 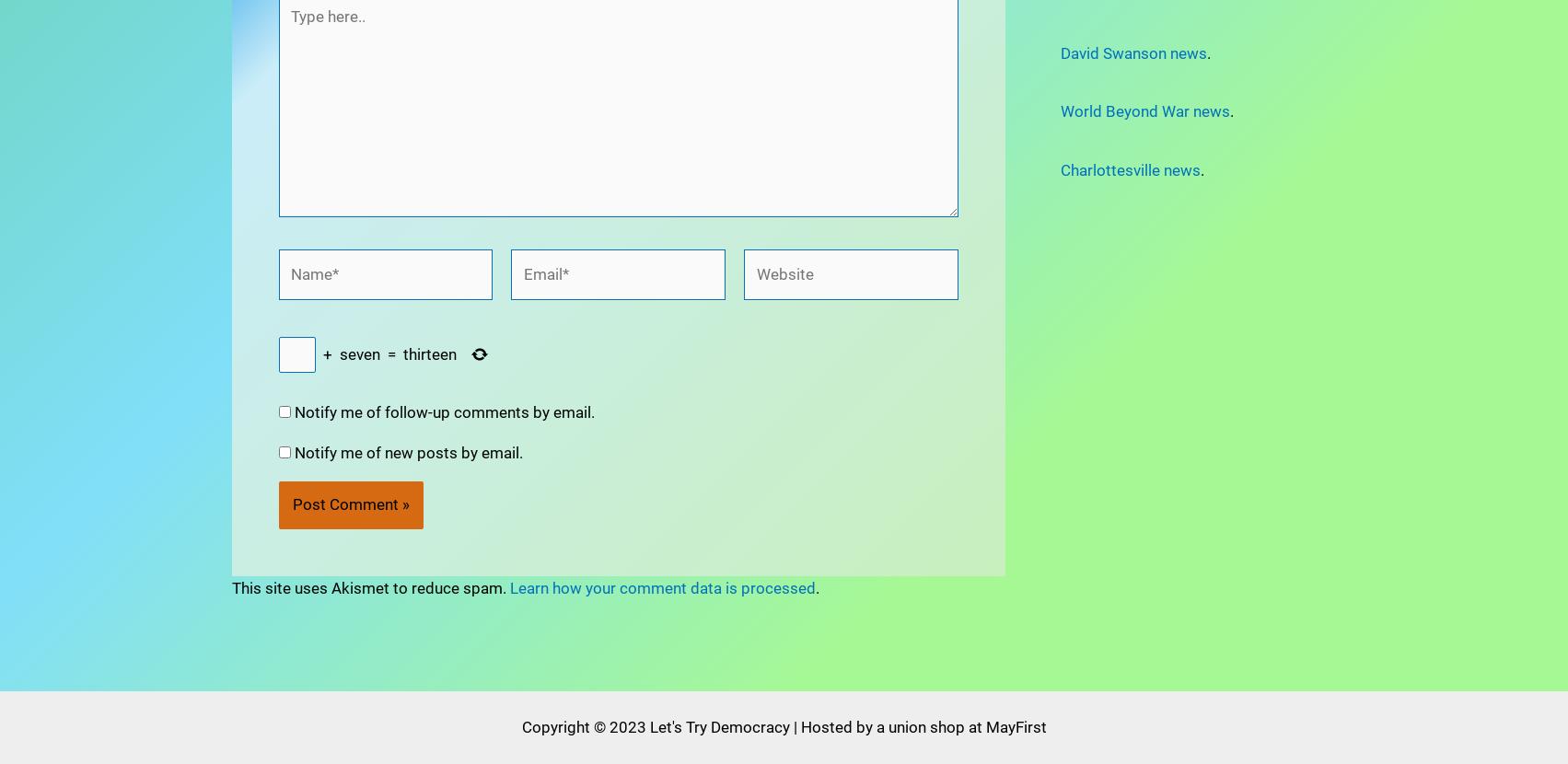 What do you see at coordinates (407, 400) in the screenshot?
I see `'Notify me of new posts by email.'` at bounding box center [407, 400].